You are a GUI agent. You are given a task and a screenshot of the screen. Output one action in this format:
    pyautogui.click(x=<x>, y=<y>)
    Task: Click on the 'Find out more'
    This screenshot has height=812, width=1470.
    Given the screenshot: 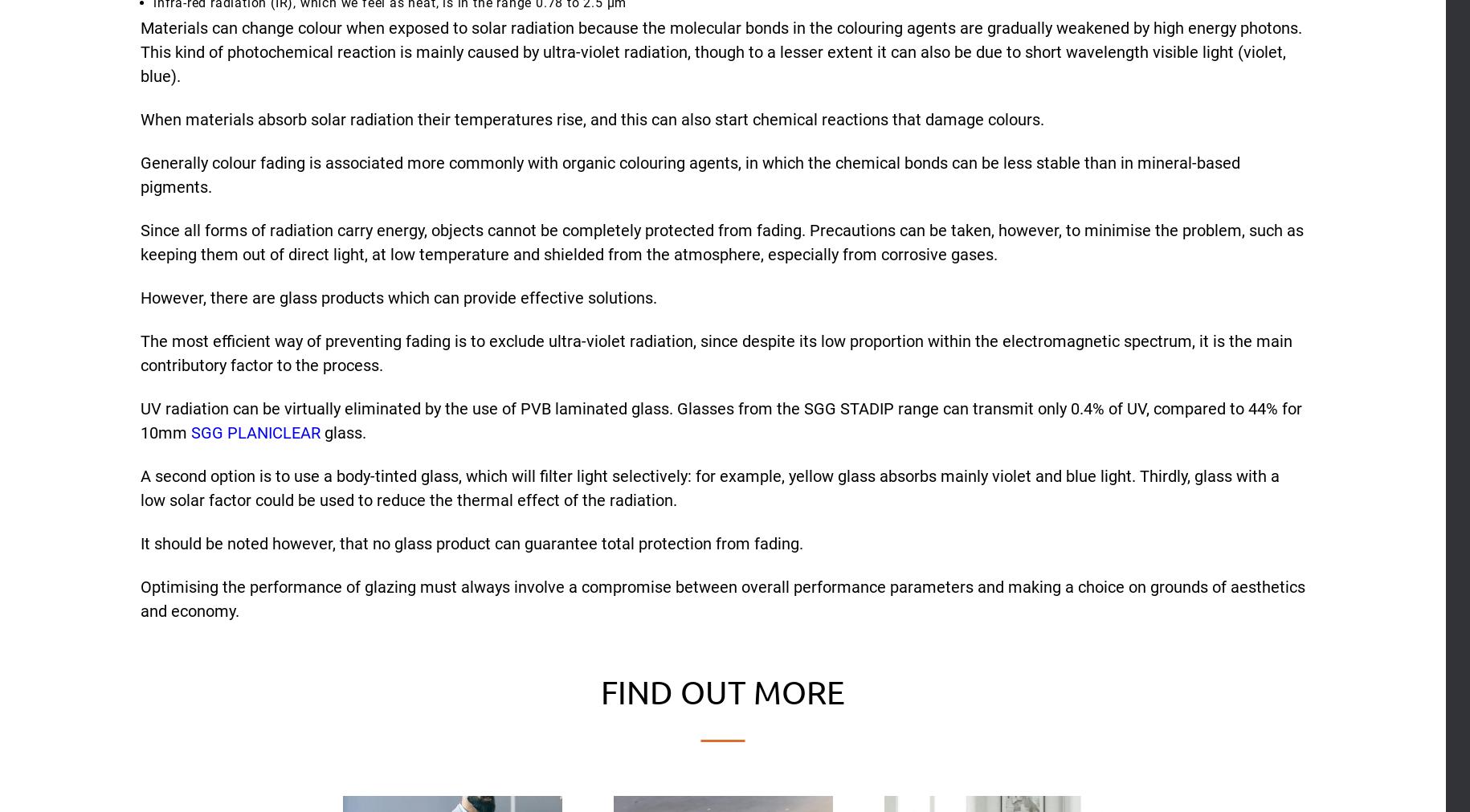 What is the action you would take?
    pyautogui.click(x=722, y=691)
    